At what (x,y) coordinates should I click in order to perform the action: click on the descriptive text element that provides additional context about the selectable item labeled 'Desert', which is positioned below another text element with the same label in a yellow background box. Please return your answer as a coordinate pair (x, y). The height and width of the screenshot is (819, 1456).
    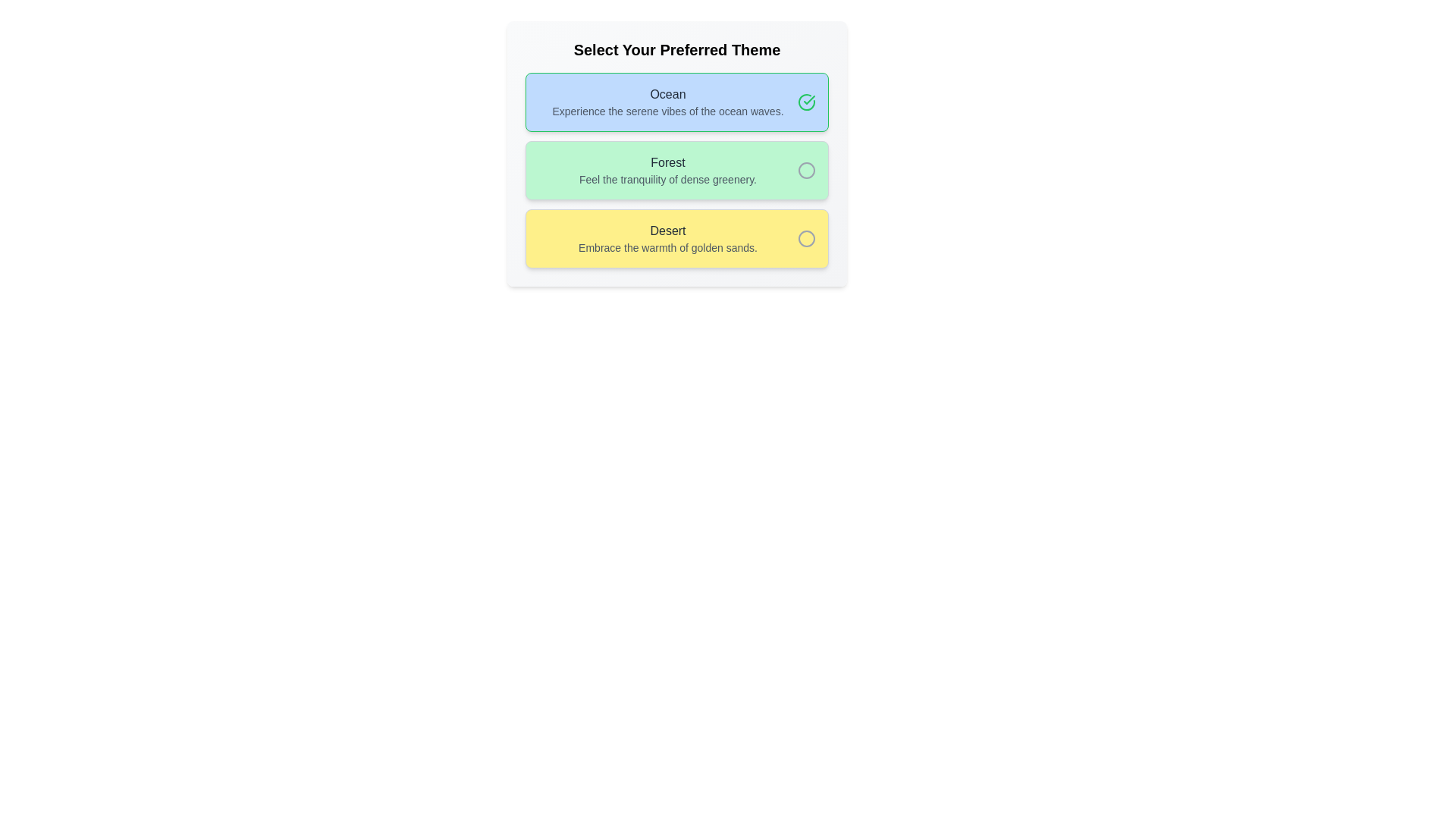
    Looking at the image, I should click on (667, 247).